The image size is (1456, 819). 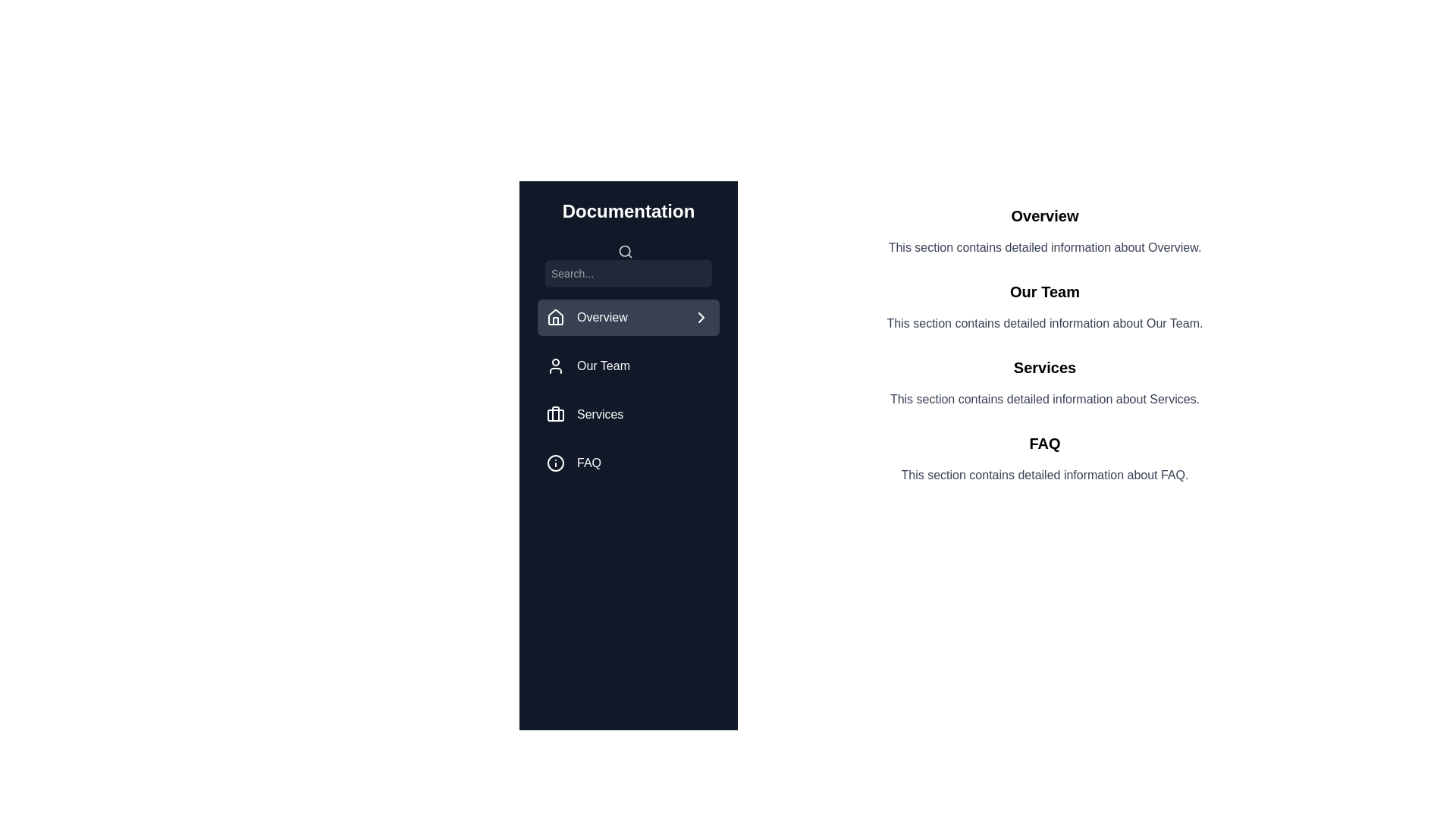 What do you see at coordinates (555, 315) in the screenshot?
I see `the SVG-based house icon component representing the 'Overview' section in the left-side navigation pane` at bounding box center [555, 315].